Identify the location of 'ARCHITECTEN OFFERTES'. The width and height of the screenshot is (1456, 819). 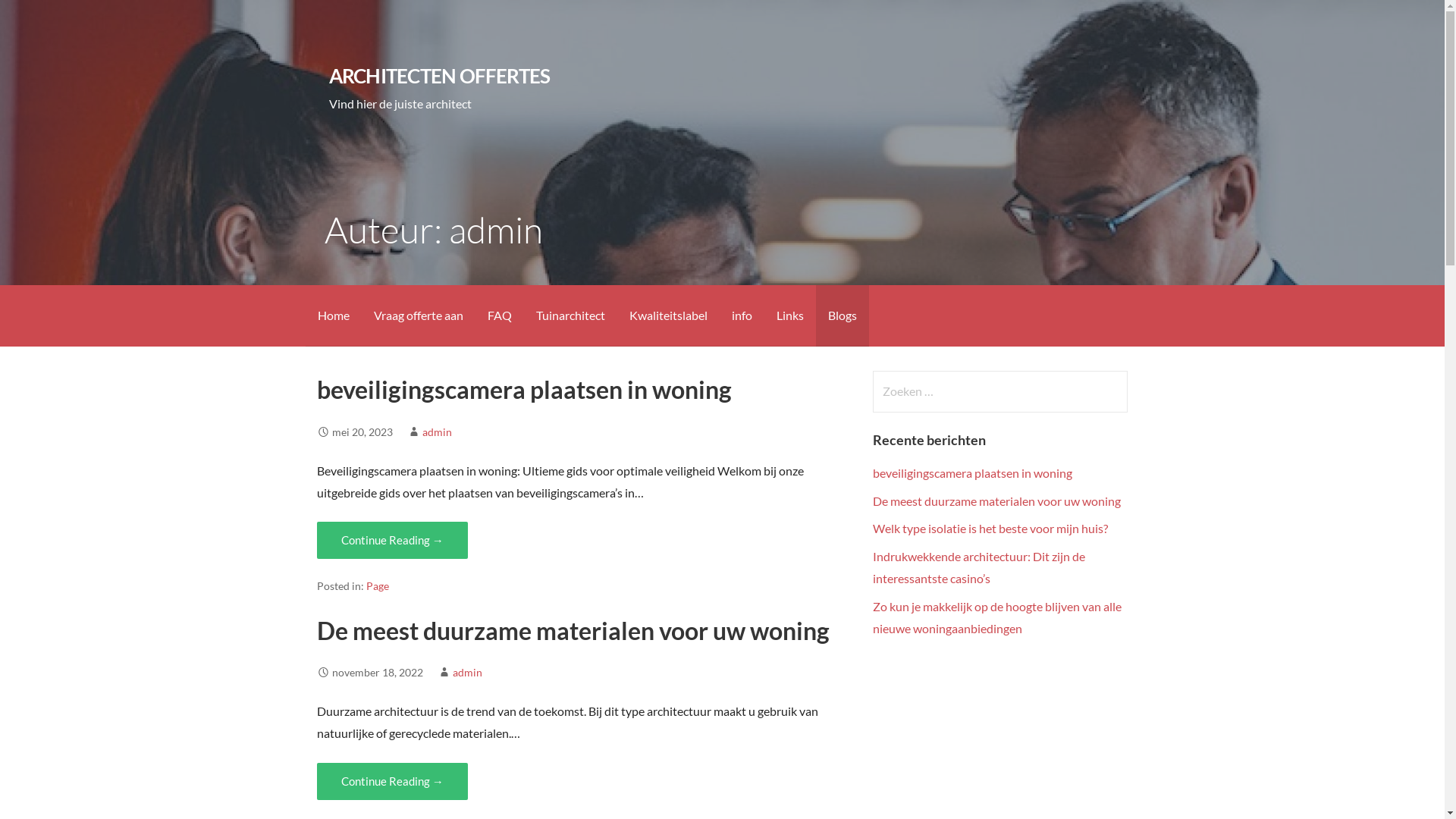
(439, 76).